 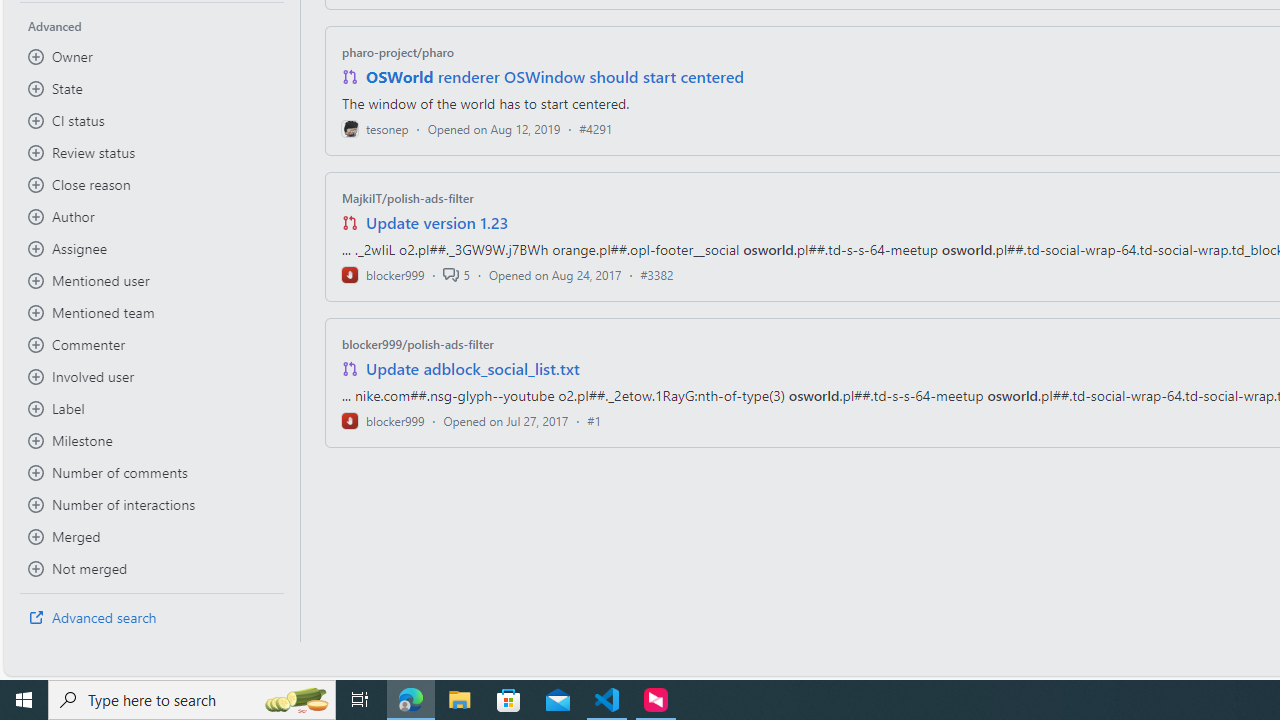 What do you see at coordinates (375, 128) in the screenshot?
I see `'tesonep'` at bounding box center [375, 128].